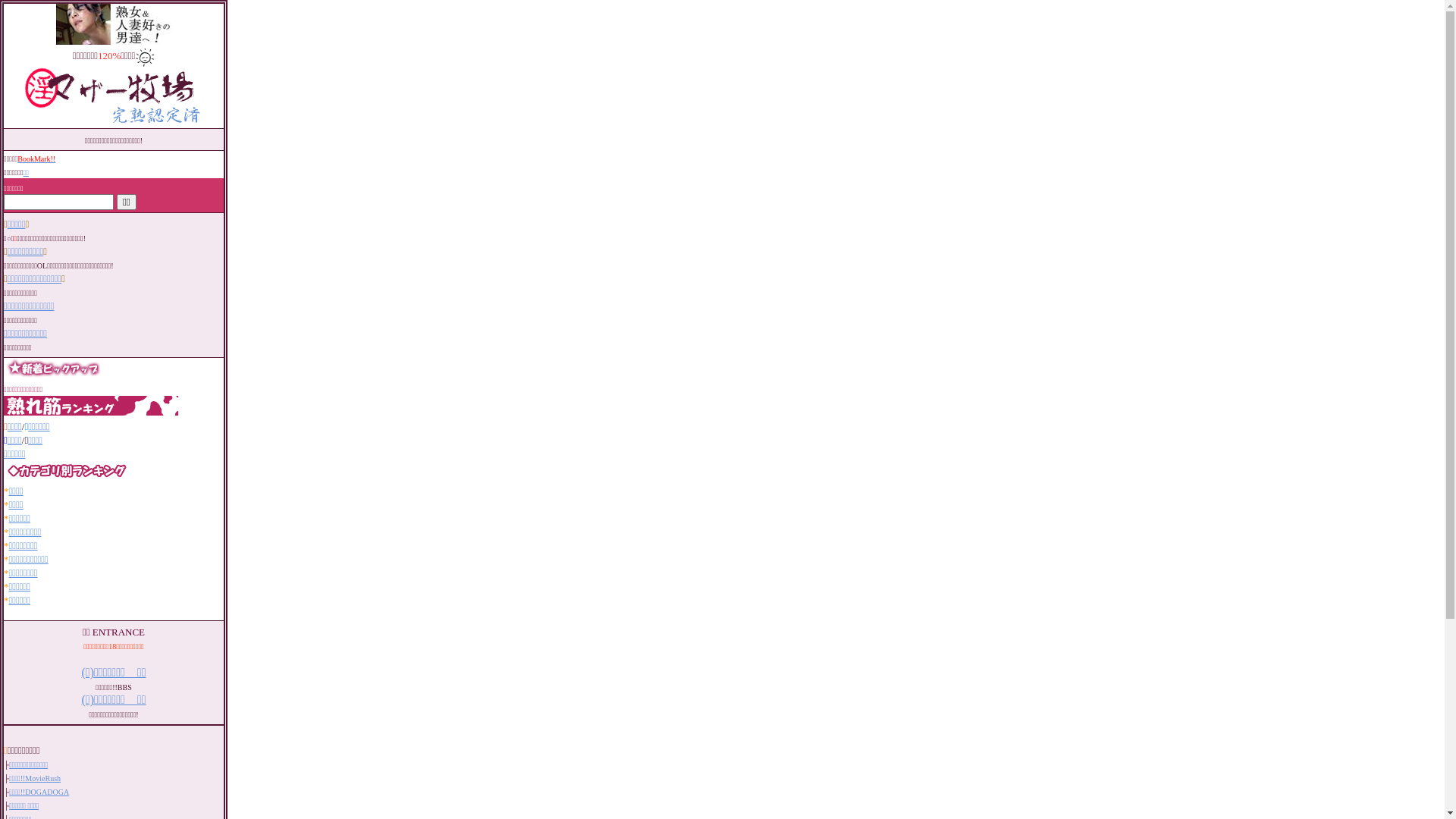 The image size is (1456, 819). I want to click on 'BookMark!!', so click(36, 158).